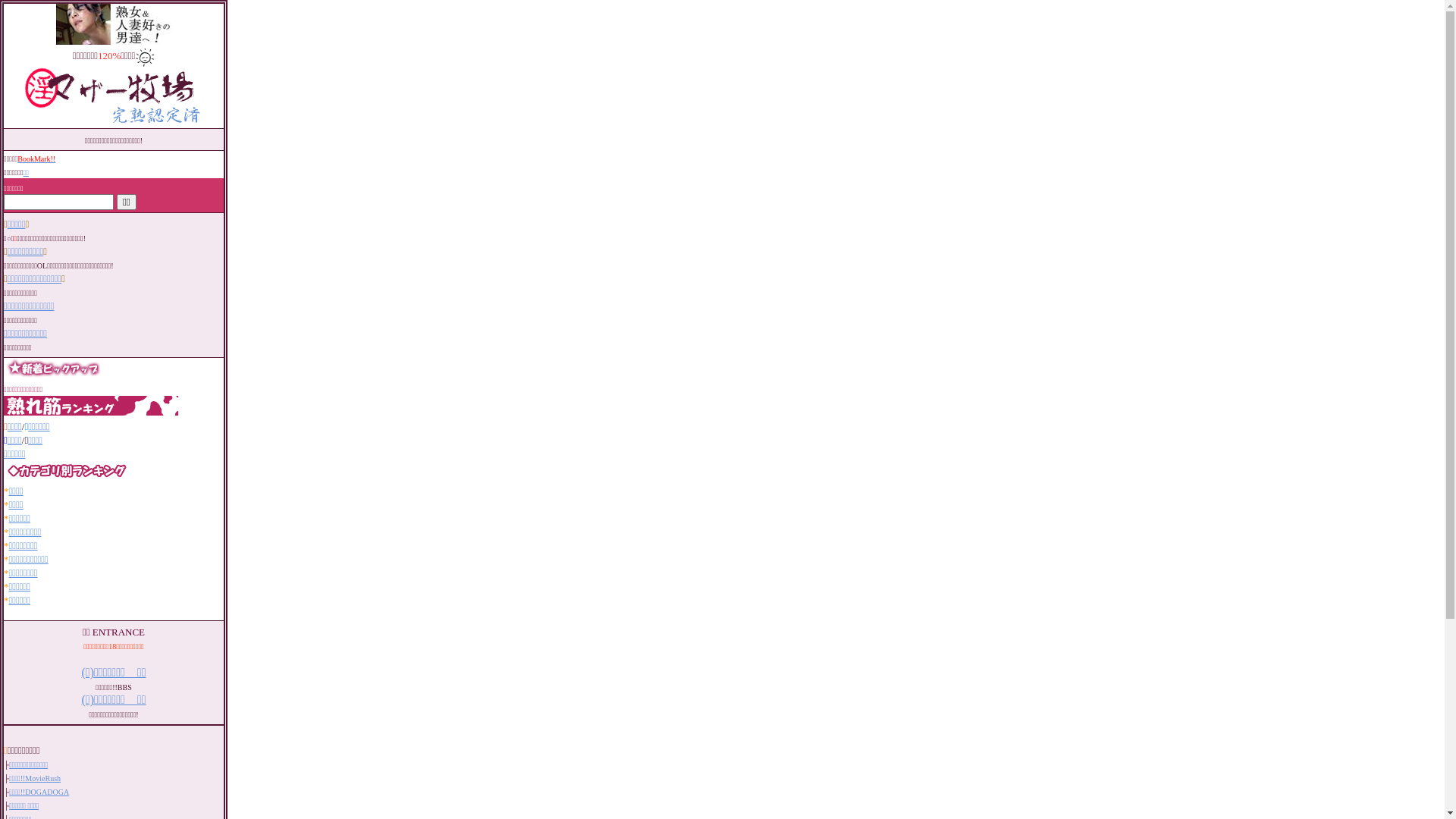 The image size is (1456, 819). I want to click on 'BookMark!!', so click(36, 158).